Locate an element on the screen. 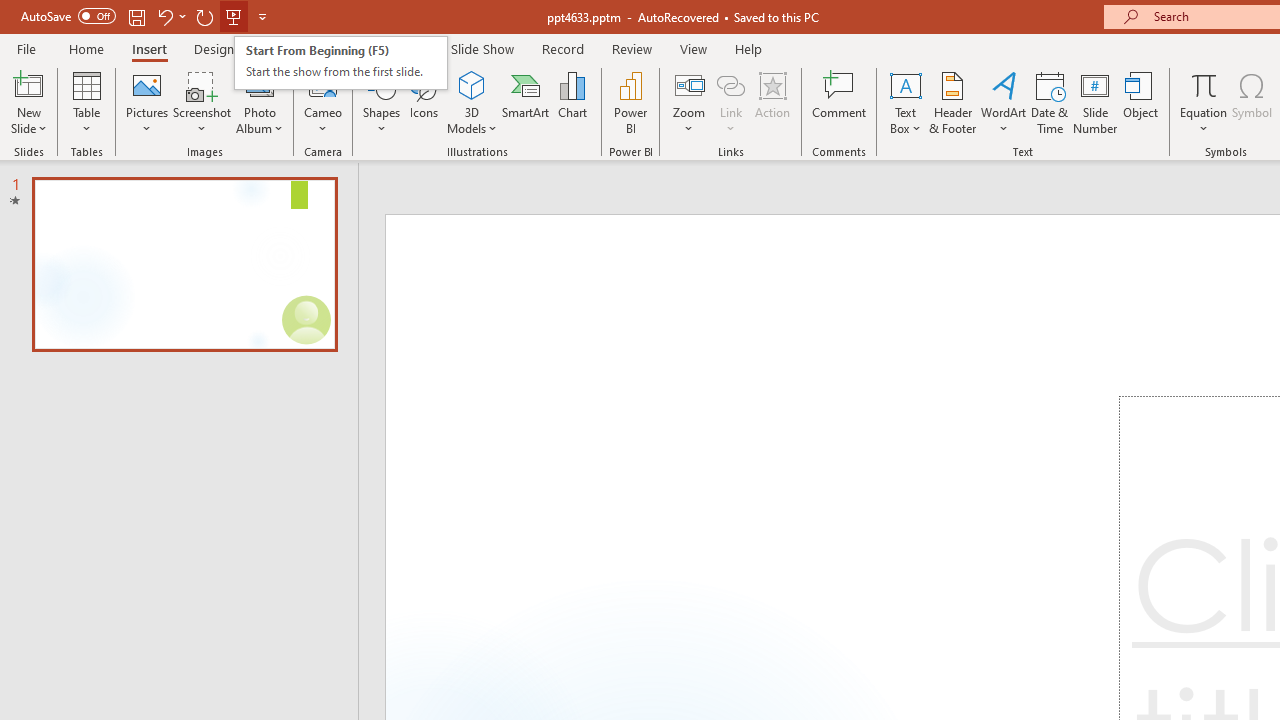 The image size is (1280, 720). 'Table' is located at coordinates (86, 103).